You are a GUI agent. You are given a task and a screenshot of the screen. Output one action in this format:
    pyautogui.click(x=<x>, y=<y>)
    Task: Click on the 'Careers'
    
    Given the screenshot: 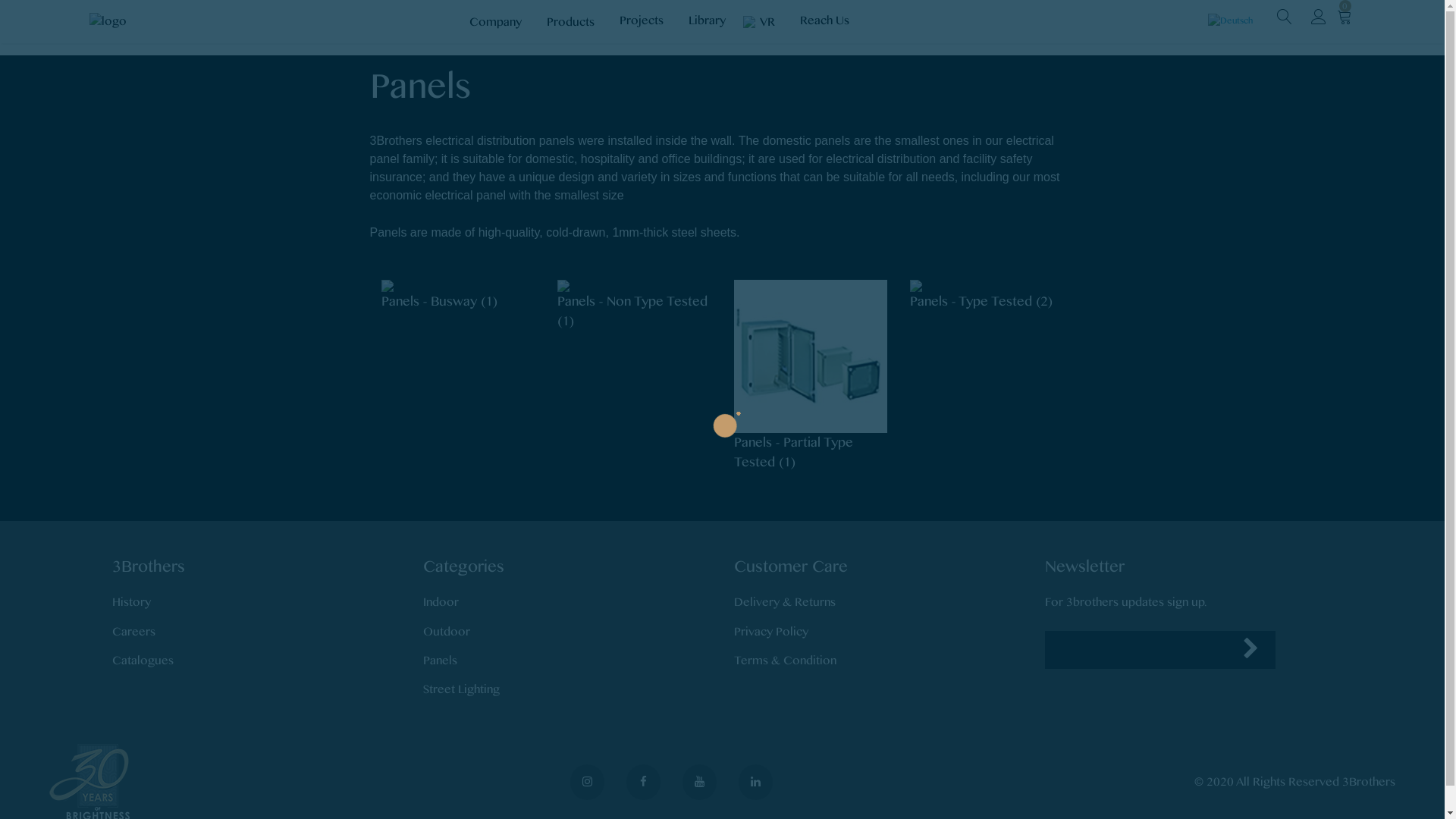 What is the action you would take?
    pyautogui.click(x=111, y=632)
    